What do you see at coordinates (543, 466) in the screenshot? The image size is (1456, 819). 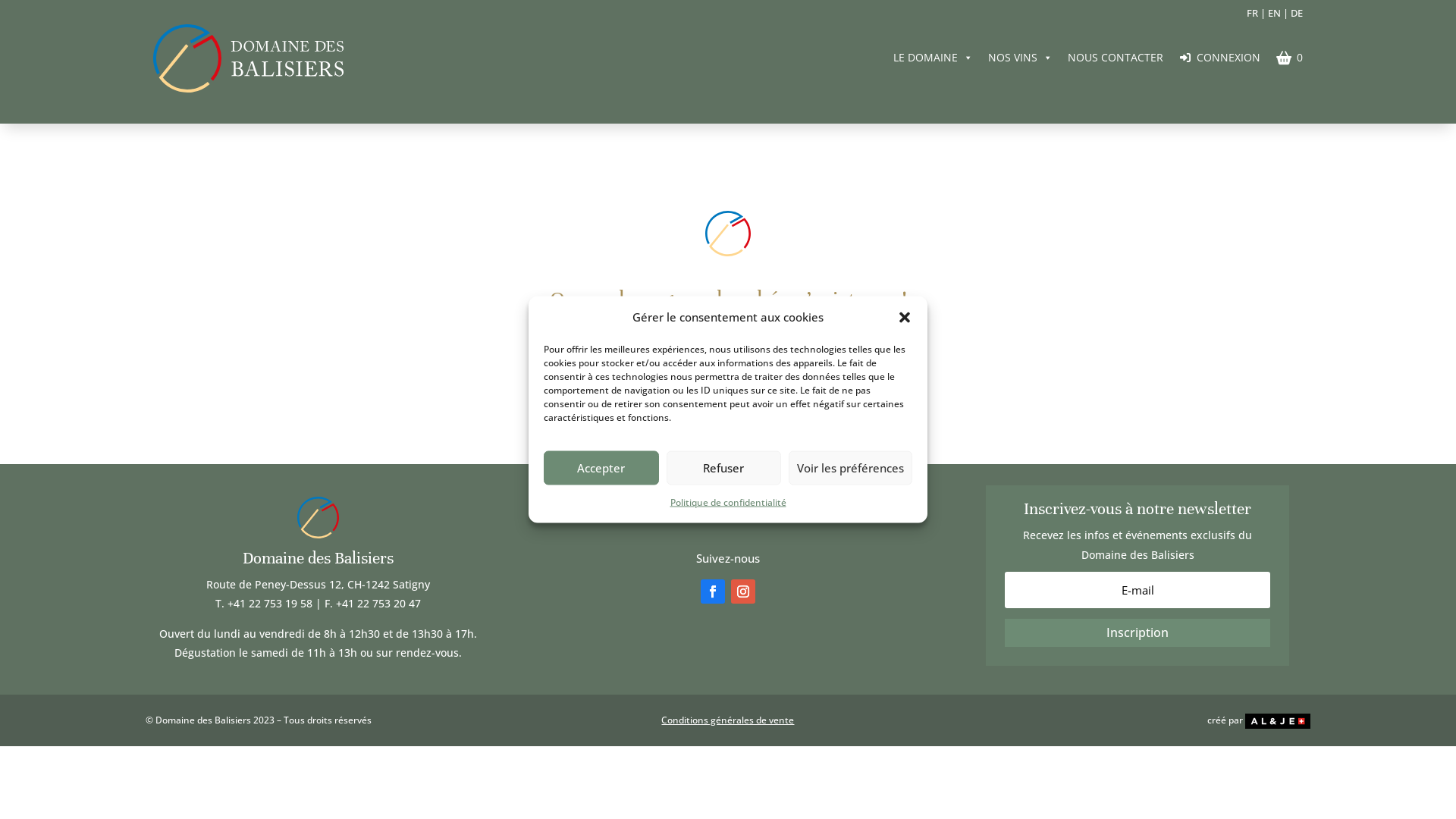 I see `'Accepter'` at bounding box center [543, 466].